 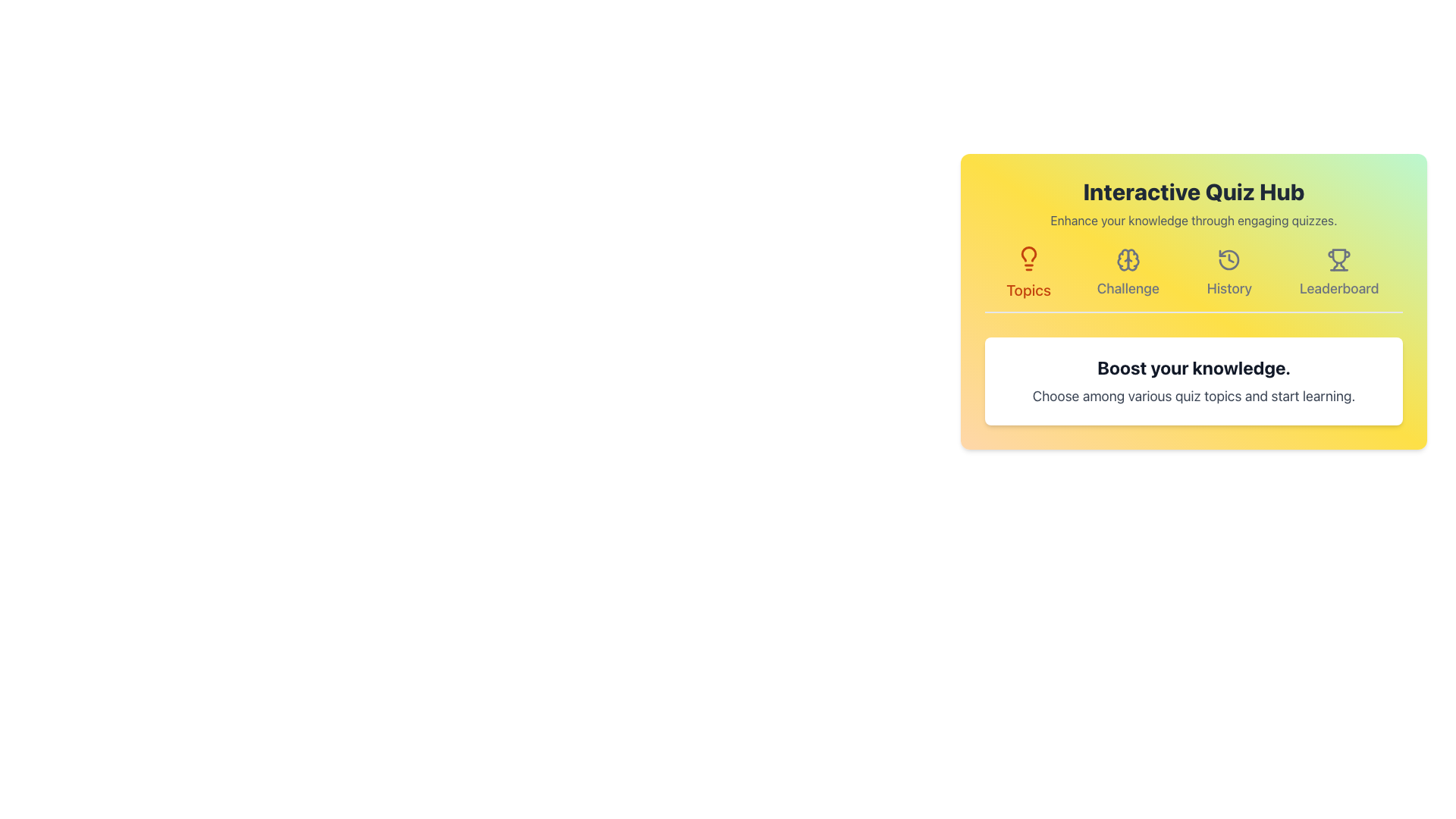 I want to click on the first button in the horizontal menu at the top of the card-like interface to interact with topics, so click(x=1029, y=274).